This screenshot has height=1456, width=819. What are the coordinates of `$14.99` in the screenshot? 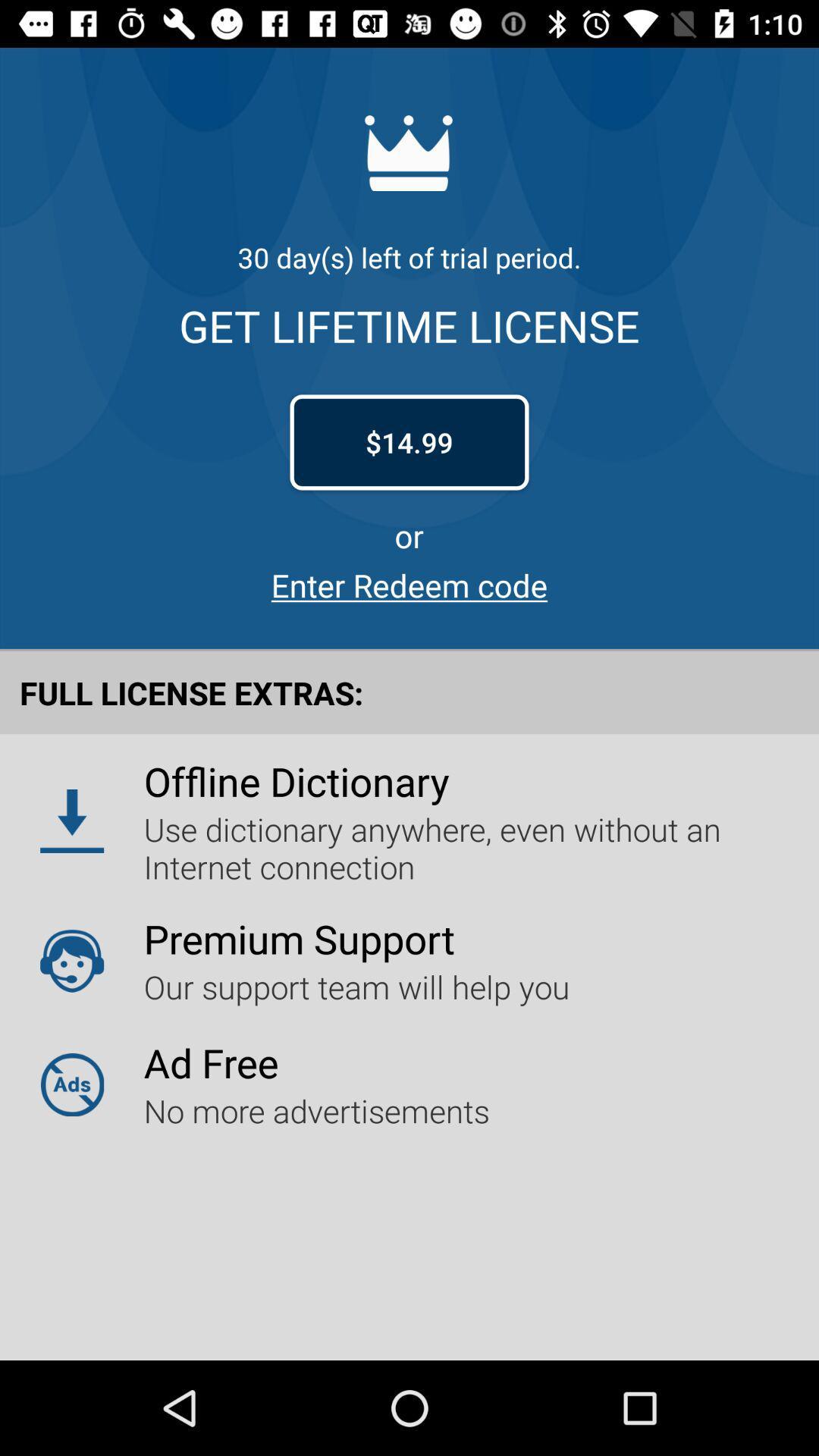 It's located at (409, 441).